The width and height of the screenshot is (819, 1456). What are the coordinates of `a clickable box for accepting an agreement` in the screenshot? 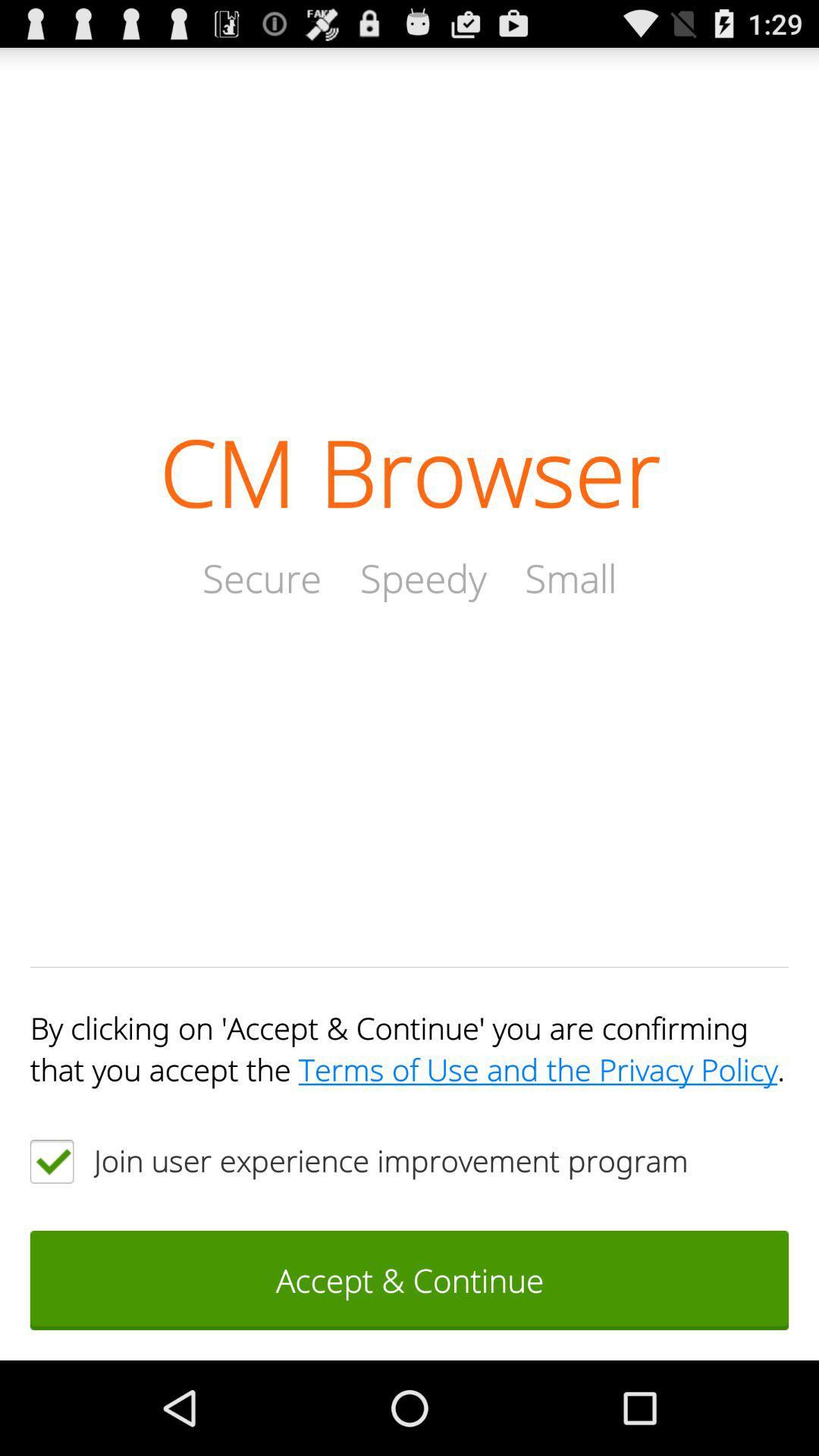 It's located at (51, 1160).